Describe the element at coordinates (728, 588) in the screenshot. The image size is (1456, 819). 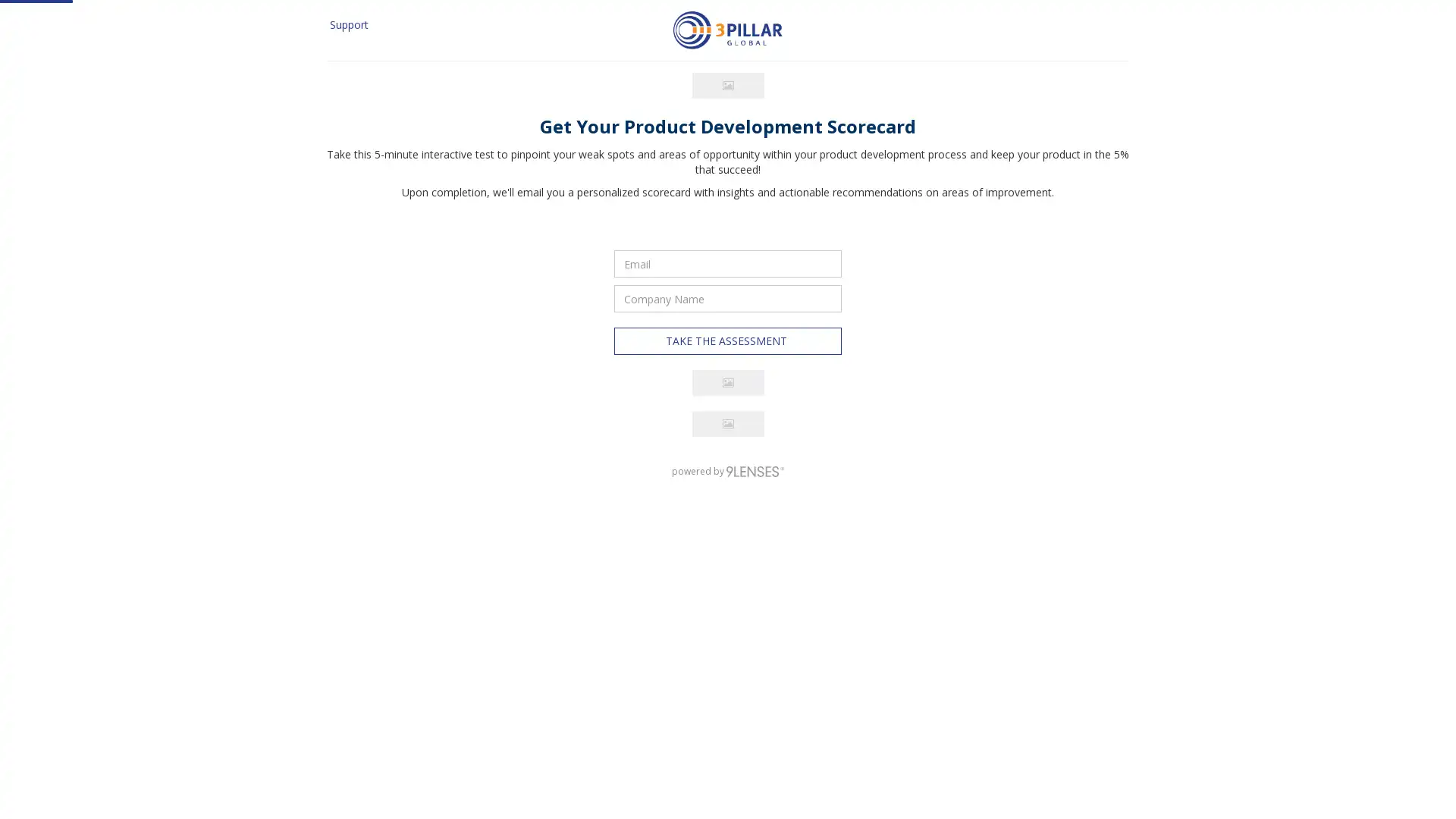
I see `TAKE THE ASSESSMENT` at that location.